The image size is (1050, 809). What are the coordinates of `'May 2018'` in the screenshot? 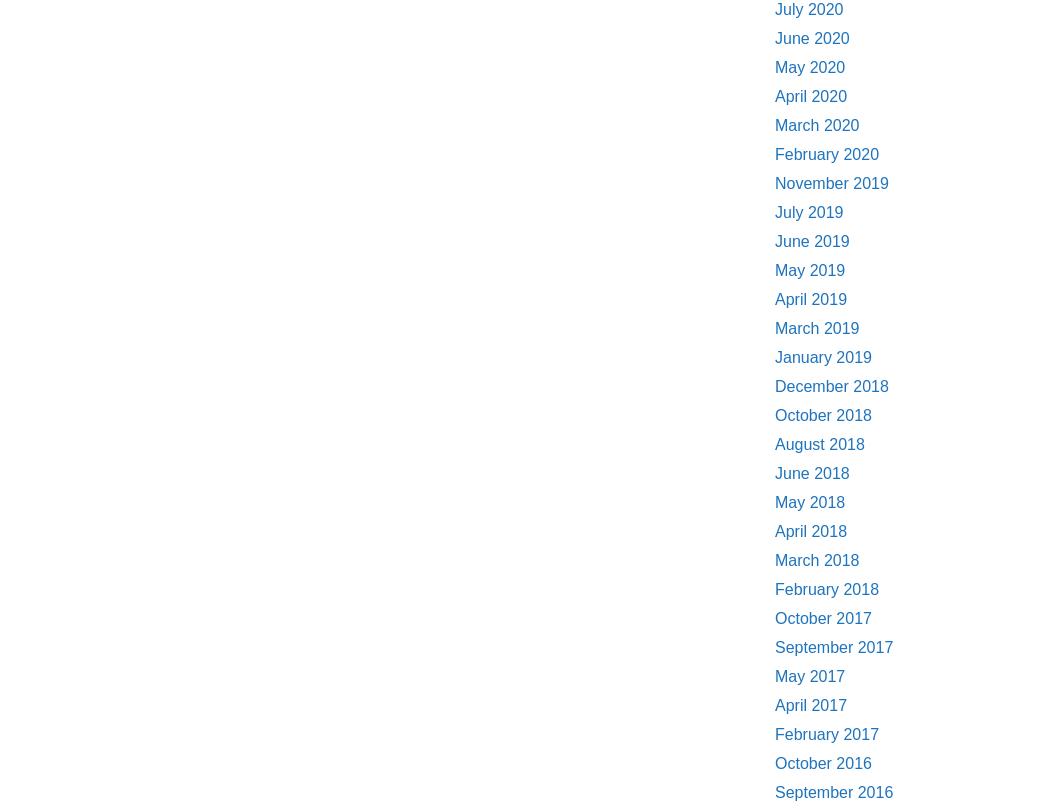 It's located at (808, 501).